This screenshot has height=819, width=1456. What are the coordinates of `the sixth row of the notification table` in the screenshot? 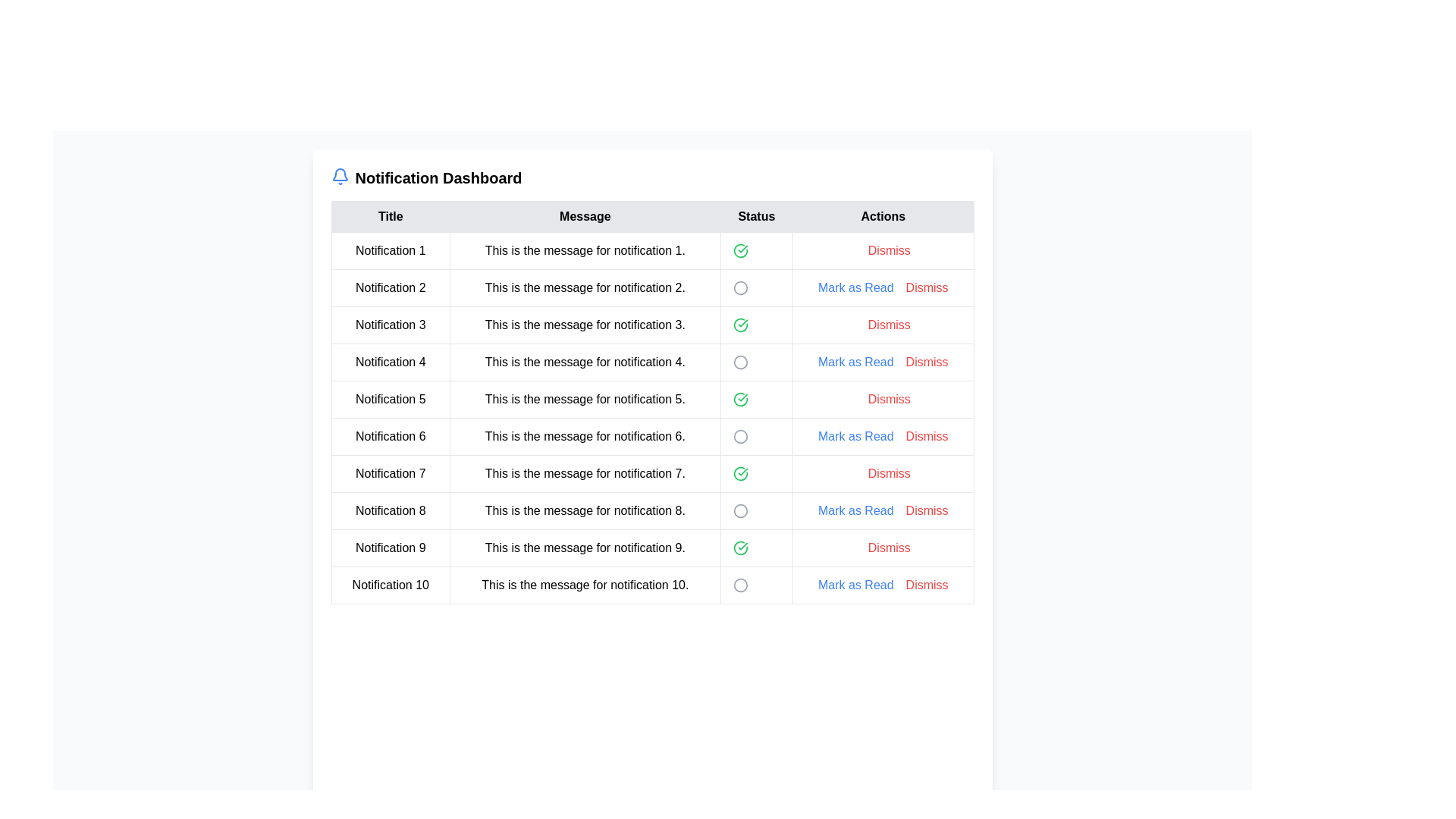 It's located at (652, 436).